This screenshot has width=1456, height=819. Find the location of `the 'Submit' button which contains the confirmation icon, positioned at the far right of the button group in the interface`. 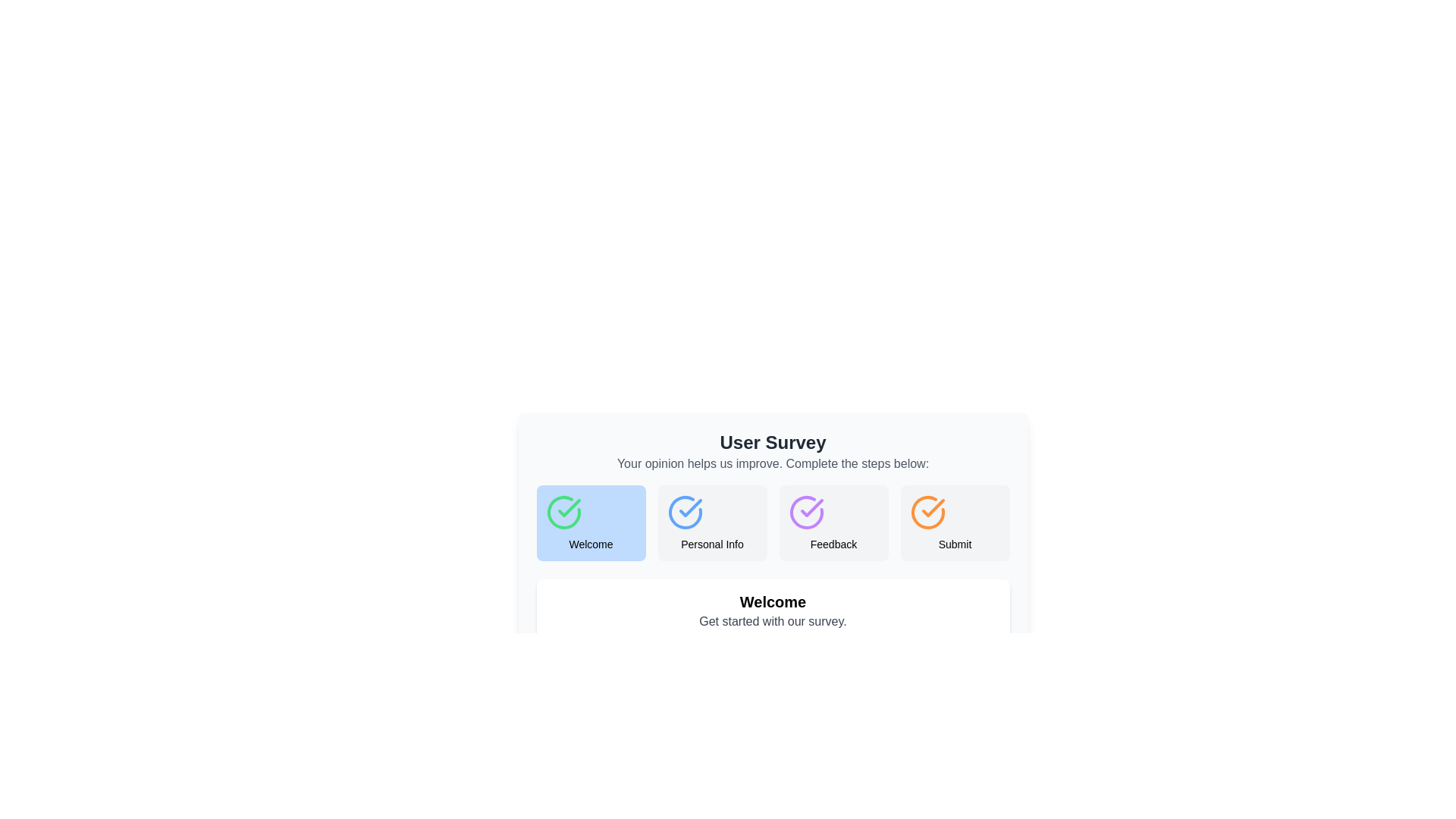

the 'Submit' button which contains the confirmation icon, positioned at the far right of the button group in the interface is located at coordinates (927, 512).